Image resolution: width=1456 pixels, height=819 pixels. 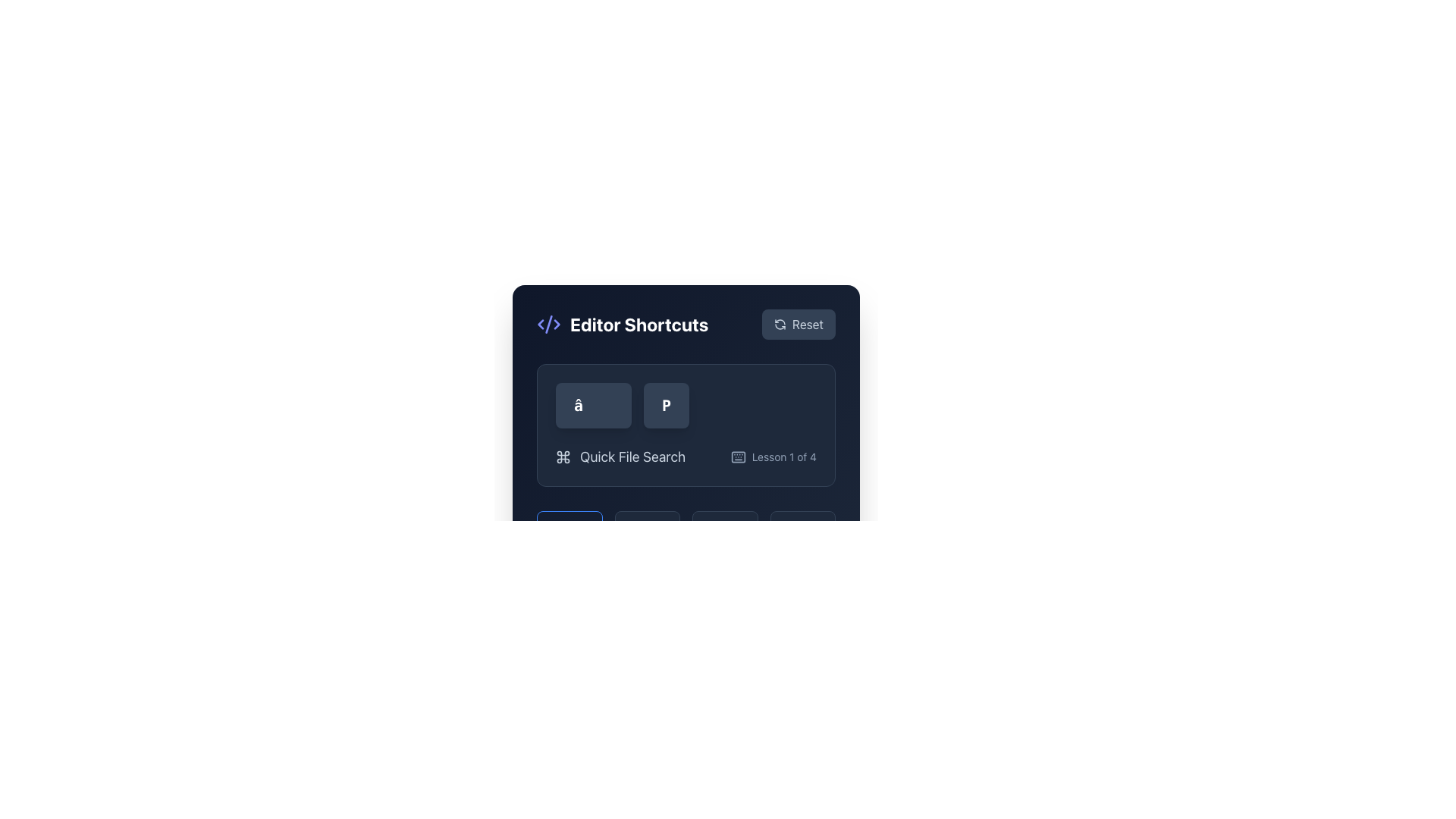 What do you see at coordinates (620, 456) in the screenshot?
I see `'Quick File Search' label with a command key symbol, which is the first label in a horizontal group and features a light gray color scheme on a dark background` at bounding box center [620, 456].